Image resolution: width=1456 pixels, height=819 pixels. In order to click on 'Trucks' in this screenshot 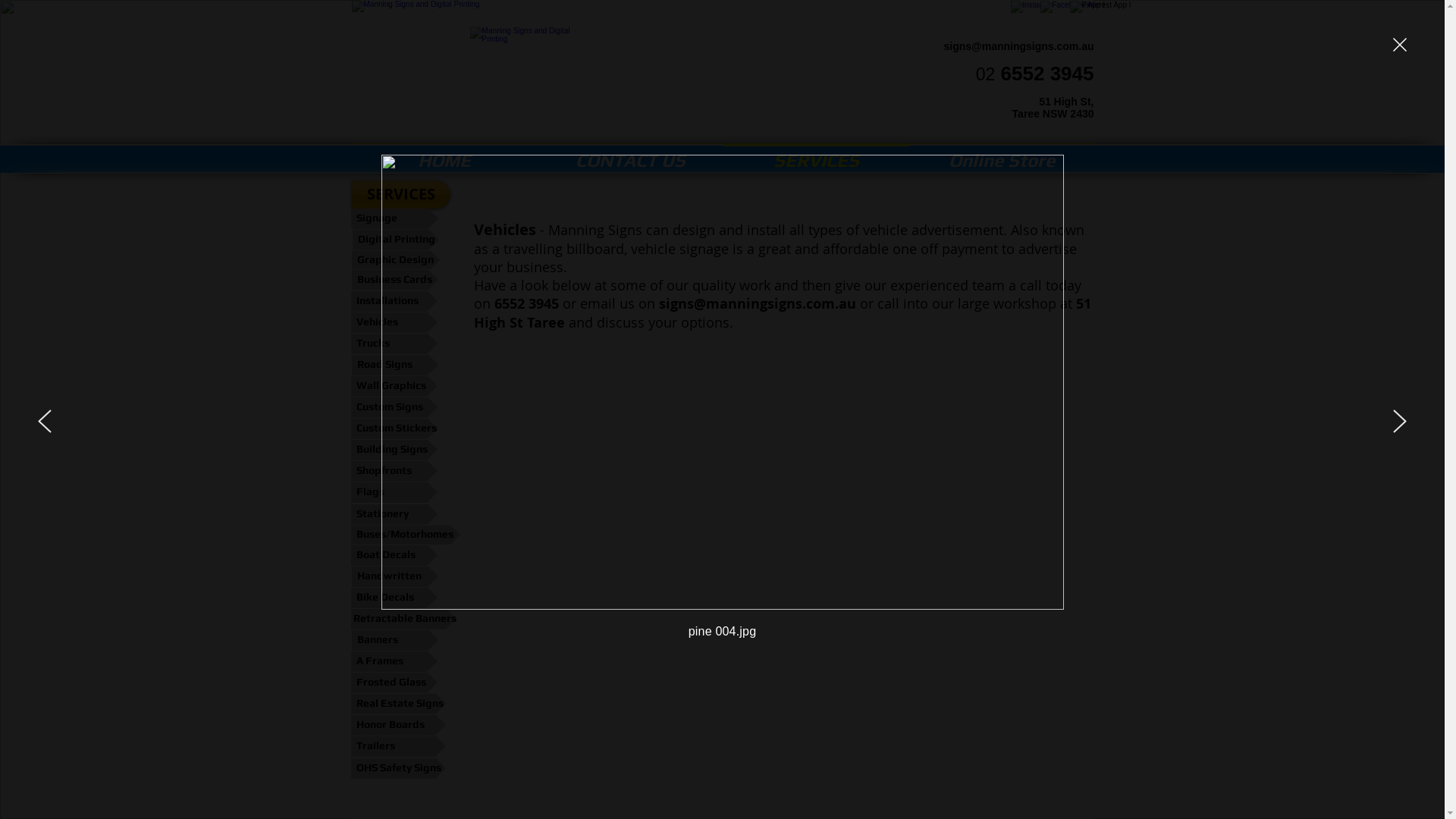, I will do `click(349, 344)`.